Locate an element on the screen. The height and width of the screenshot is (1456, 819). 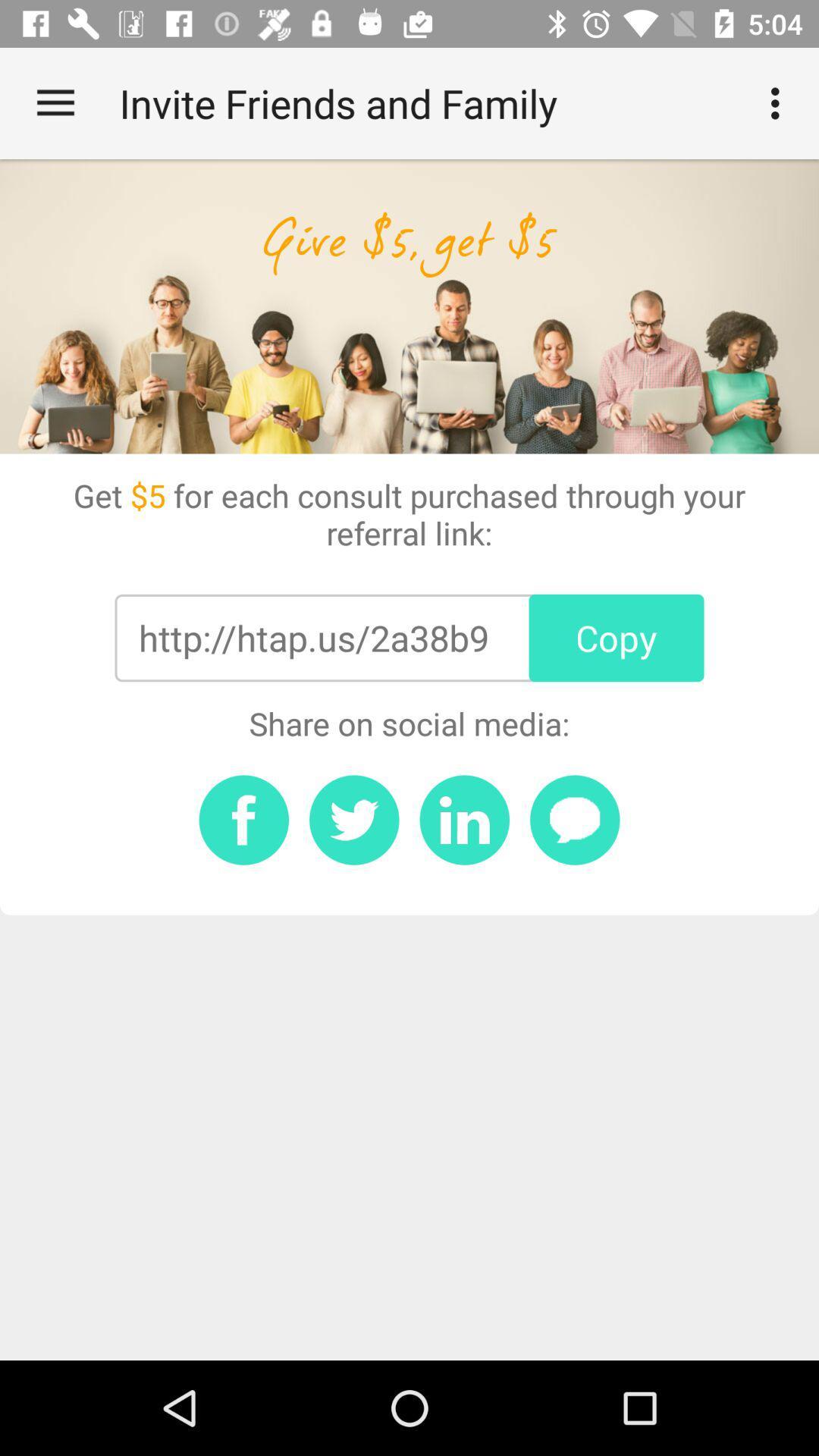
share on linkedin is located at coordinates (463, 819).